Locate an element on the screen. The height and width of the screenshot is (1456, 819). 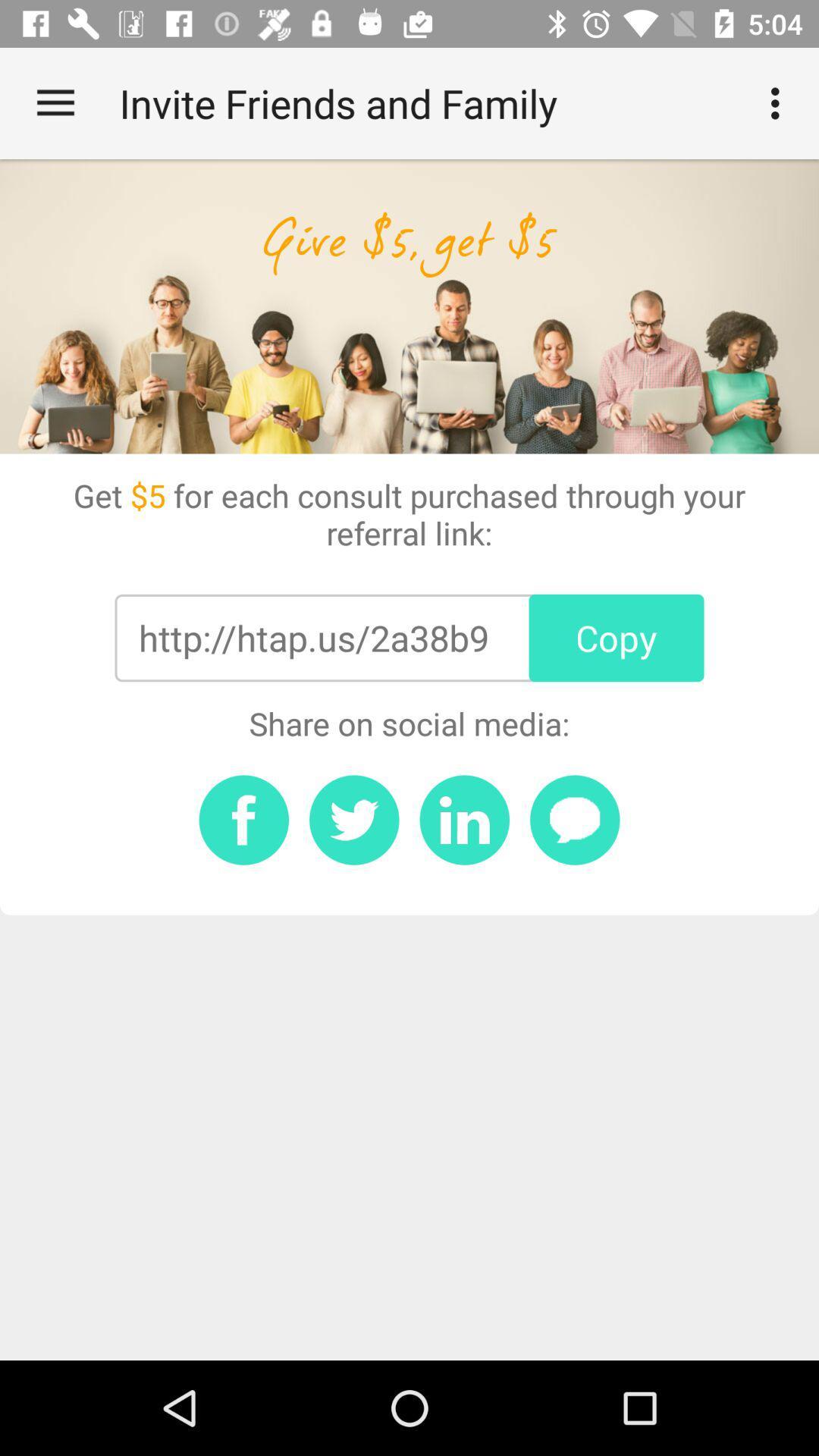
share on linkedin is located at coordinates (463, 819).